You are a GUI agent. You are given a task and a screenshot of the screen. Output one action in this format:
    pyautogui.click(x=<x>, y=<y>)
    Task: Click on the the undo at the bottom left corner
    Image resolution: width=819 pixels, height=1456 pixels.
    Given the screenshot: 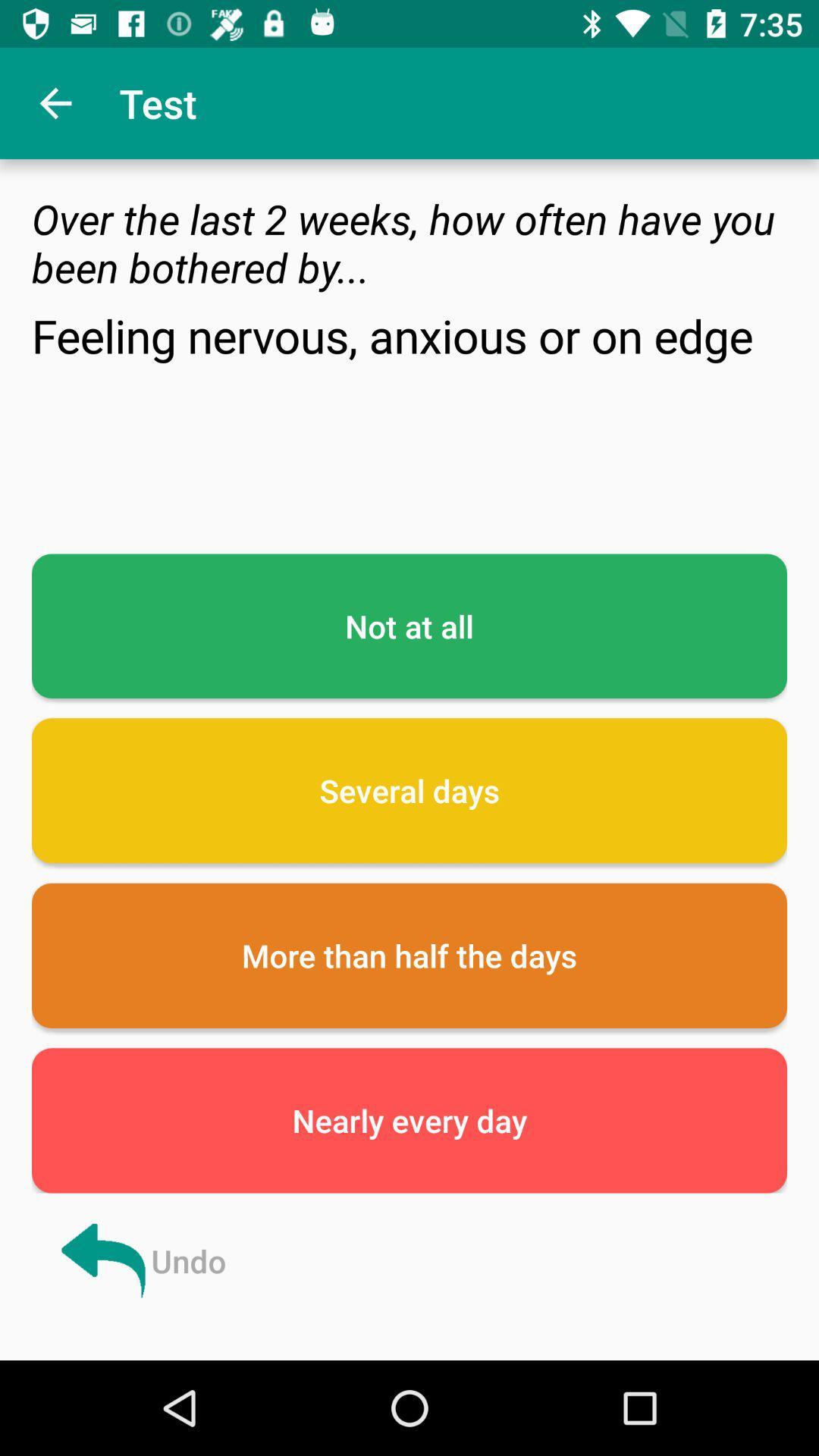 What is the action you would take?
    pyautogui.click(x=140, y=1260)
    